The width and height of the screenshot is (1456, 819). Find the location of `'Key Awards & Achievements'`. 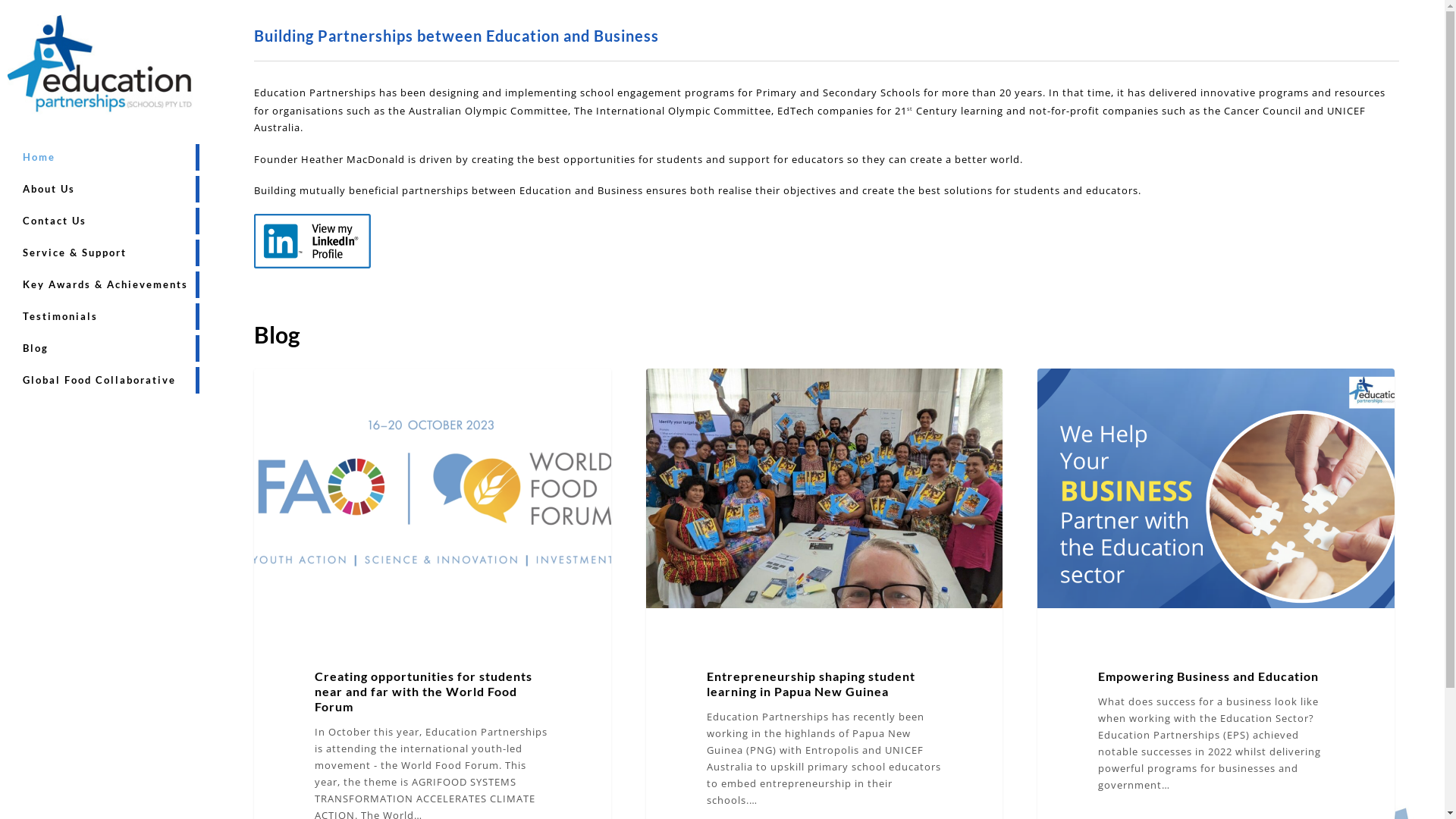

'Key Awards & Achievements' is located at coordinates (105, 284).